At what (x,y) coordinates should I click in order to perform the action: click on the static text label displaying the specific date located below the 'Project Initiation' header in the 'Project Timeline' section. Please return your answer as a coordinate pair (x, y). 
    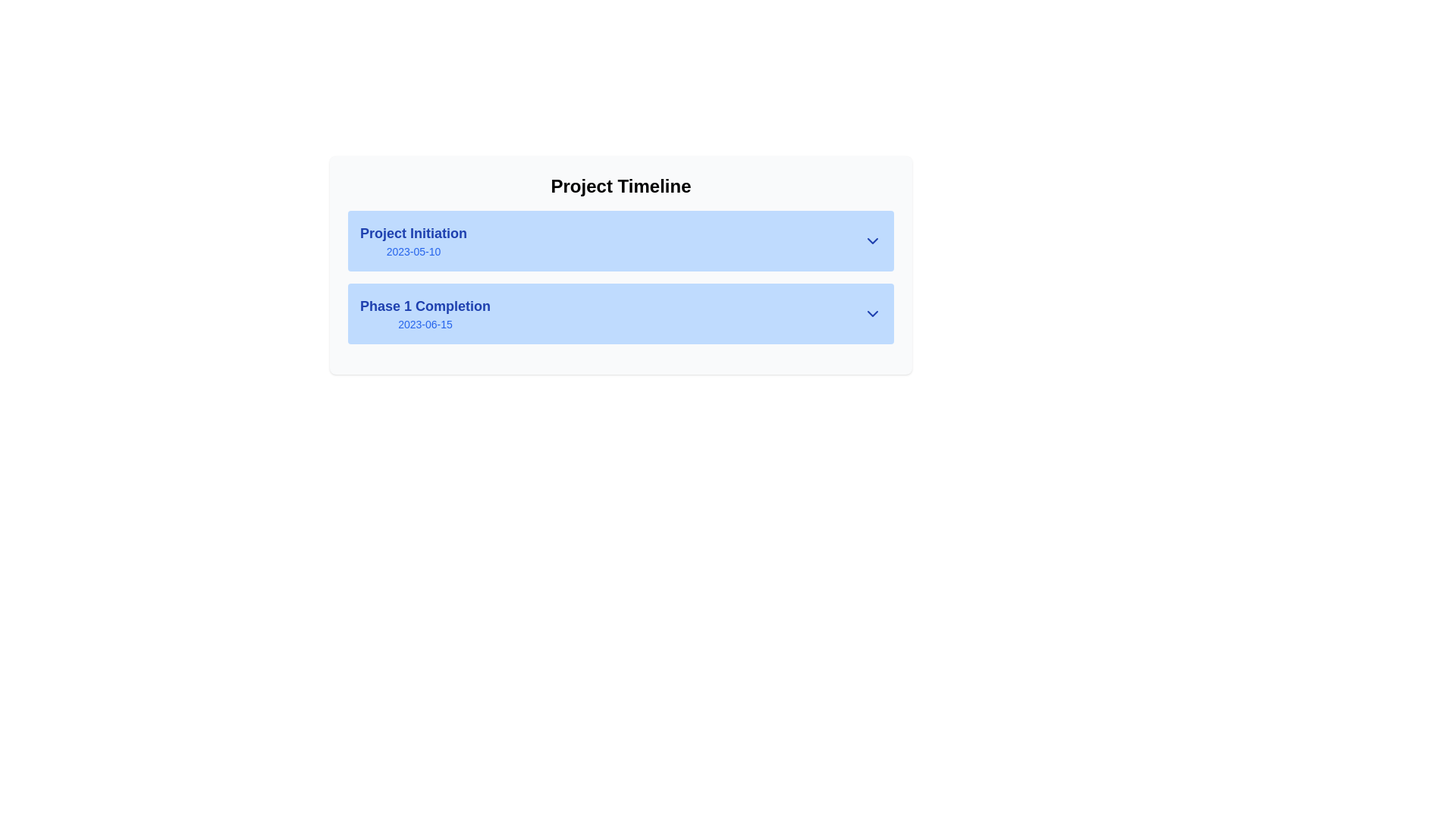
    Looking at the image, I should click on (413, 250).